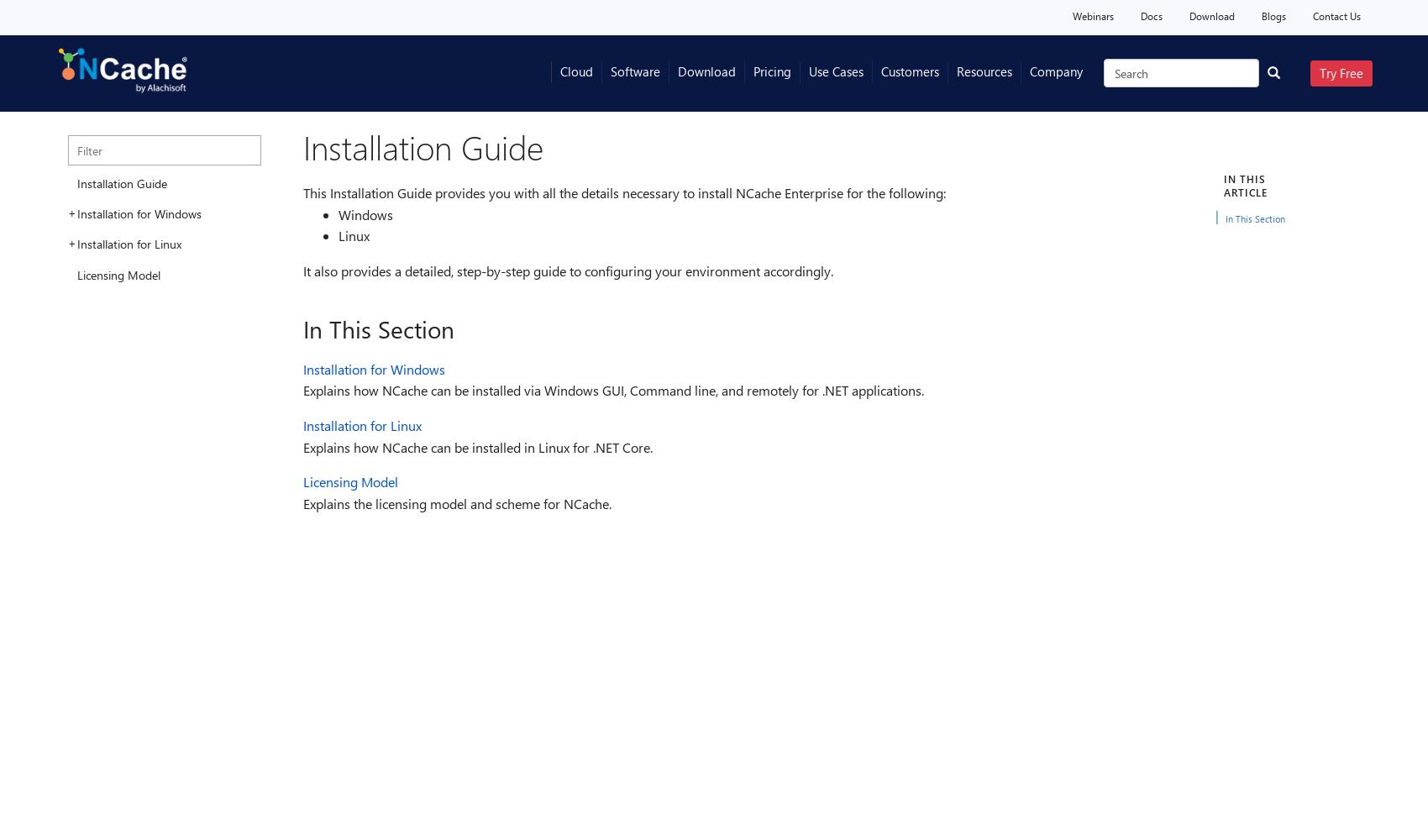  What do you see at coordinates (349, 480) in the screenshot?
I see `'Licensing Model'` at bounding box center [349, 480].